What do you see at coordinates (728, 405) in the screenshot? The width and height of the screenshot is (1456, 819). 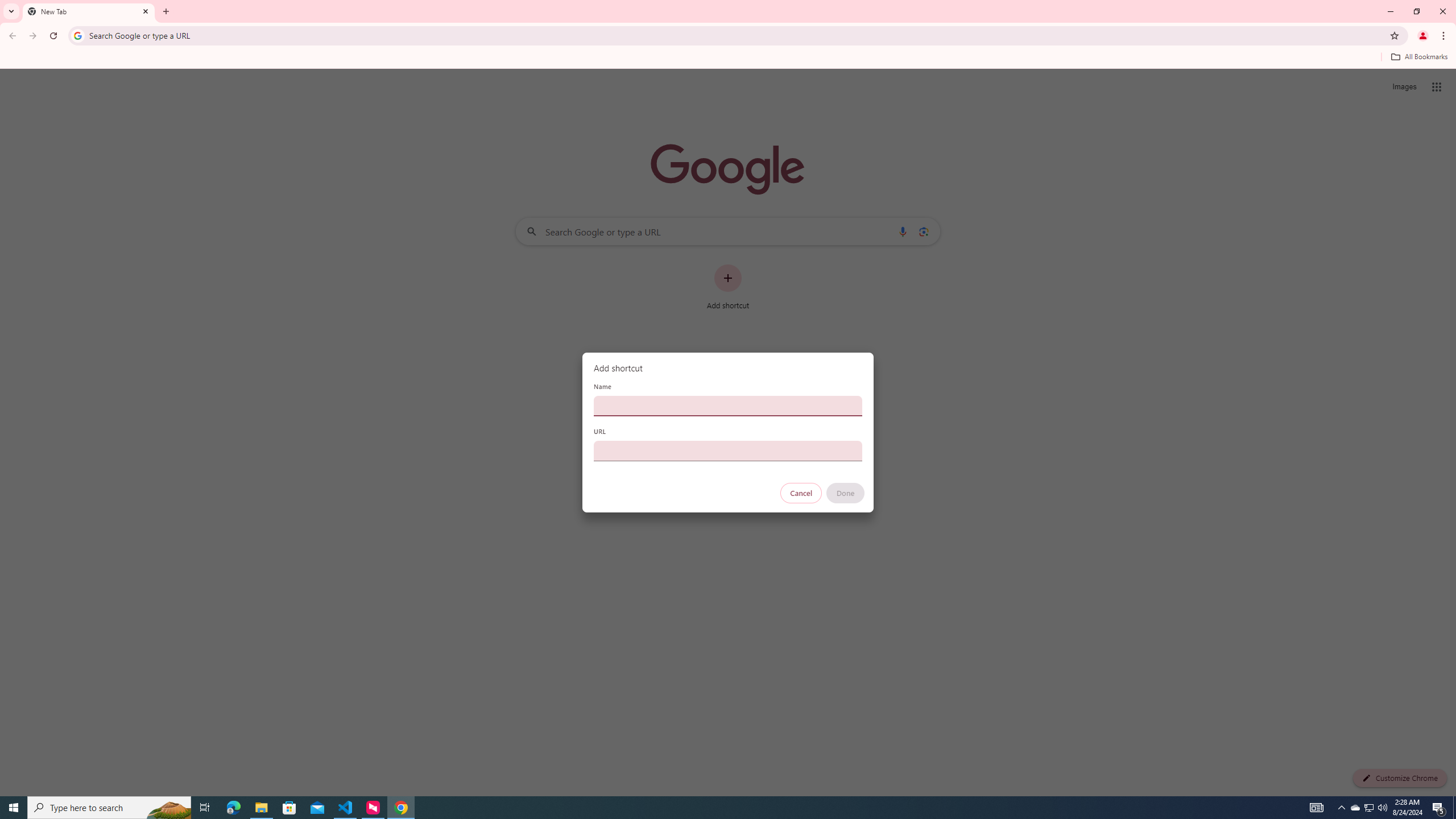 I see `'Name'` at bounding box center [728, 405].